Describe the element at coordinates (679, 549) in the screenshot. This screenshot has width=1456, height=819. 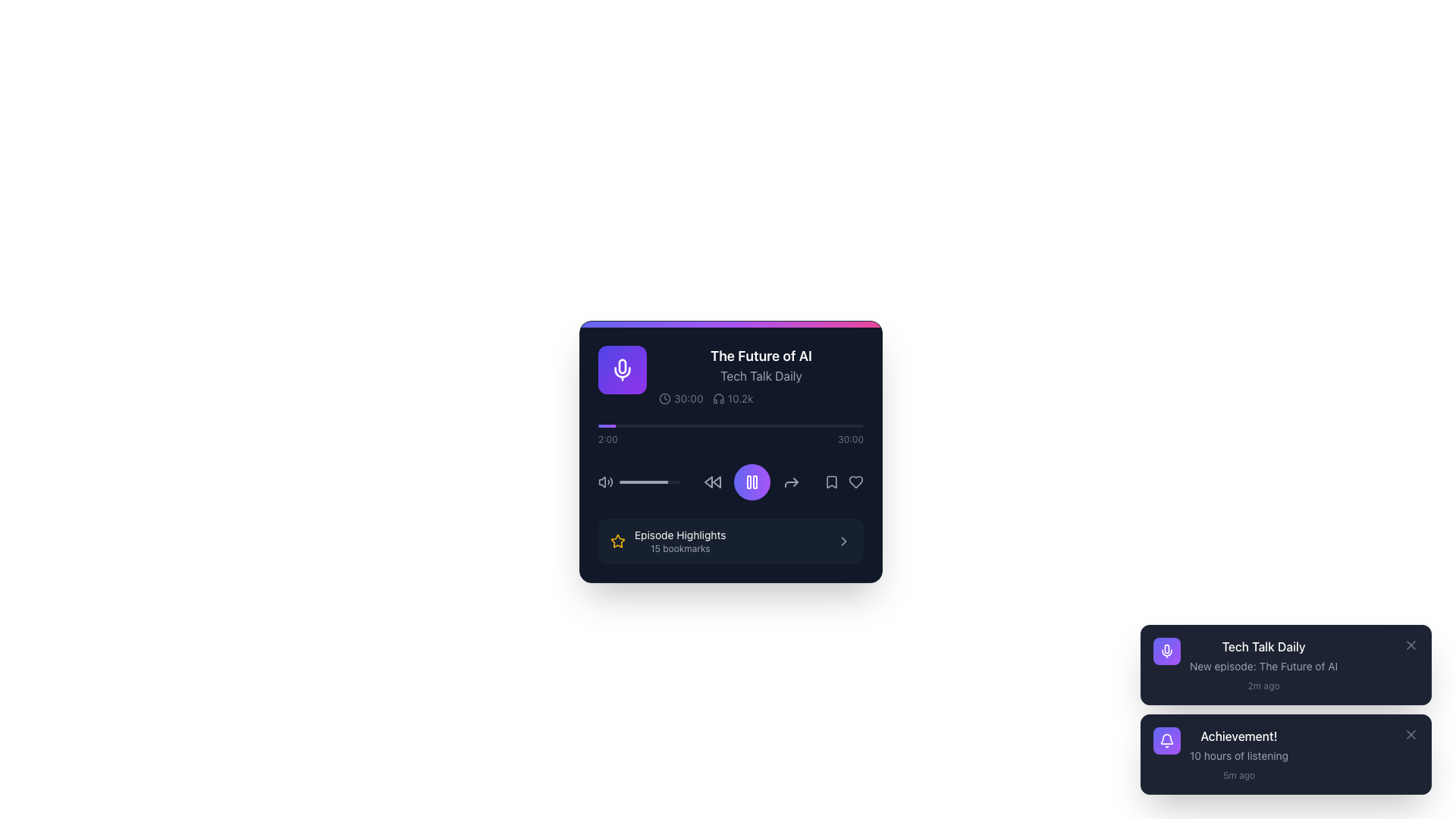
I see `the text label indicating the number of bookmarks ('15') associated with 'Episode Highlights', positioned below the main title in a card interface` at that location.